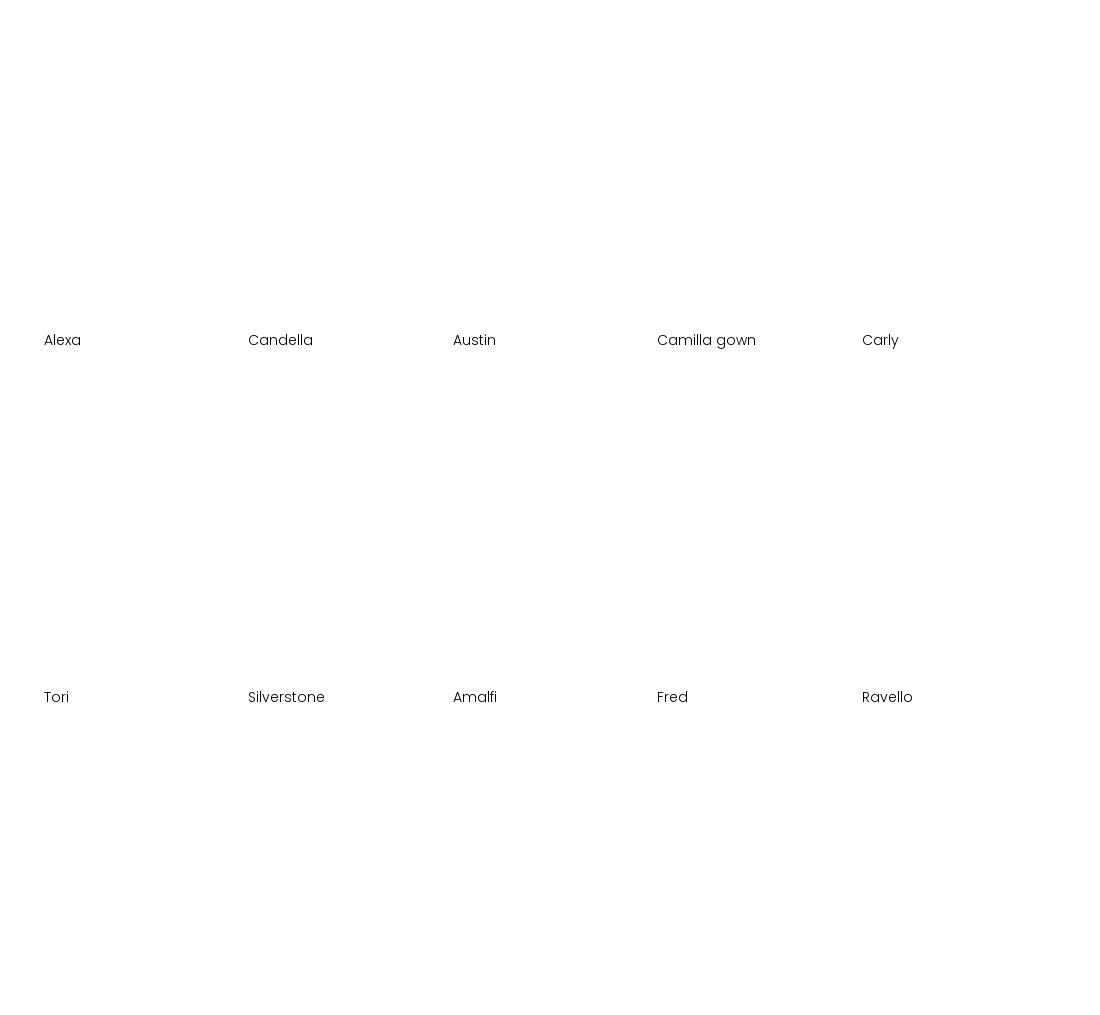 The image size is (1100, 1015). What do you see at coordinates (279, 338) in the screenshot?
I see `'Candella'` at bounding box center [279, 338].